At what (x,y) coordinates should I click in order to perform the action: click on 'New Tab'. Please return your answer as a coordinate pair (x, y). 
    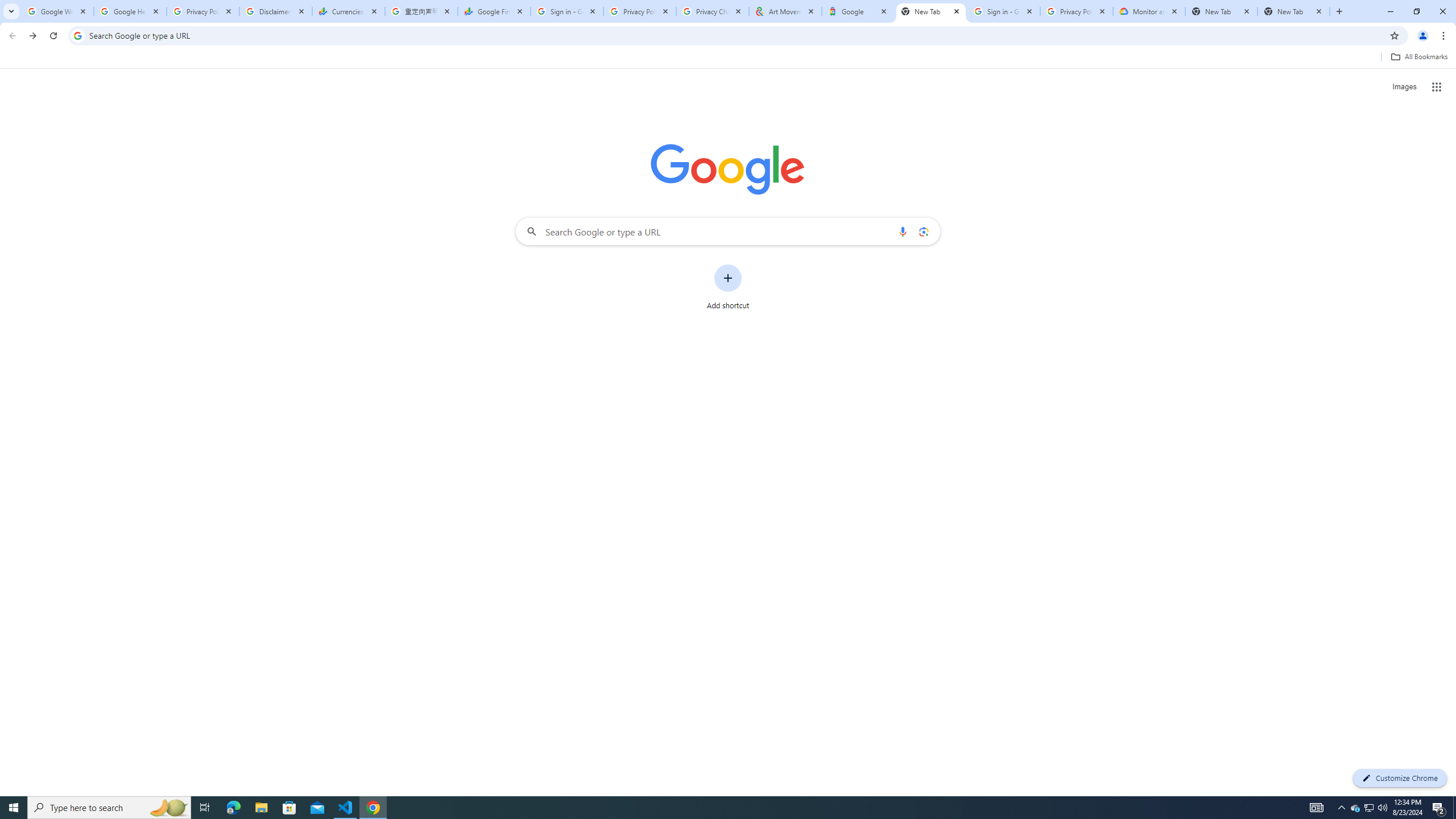
    Looking at the image, I should click on (1338, 11).